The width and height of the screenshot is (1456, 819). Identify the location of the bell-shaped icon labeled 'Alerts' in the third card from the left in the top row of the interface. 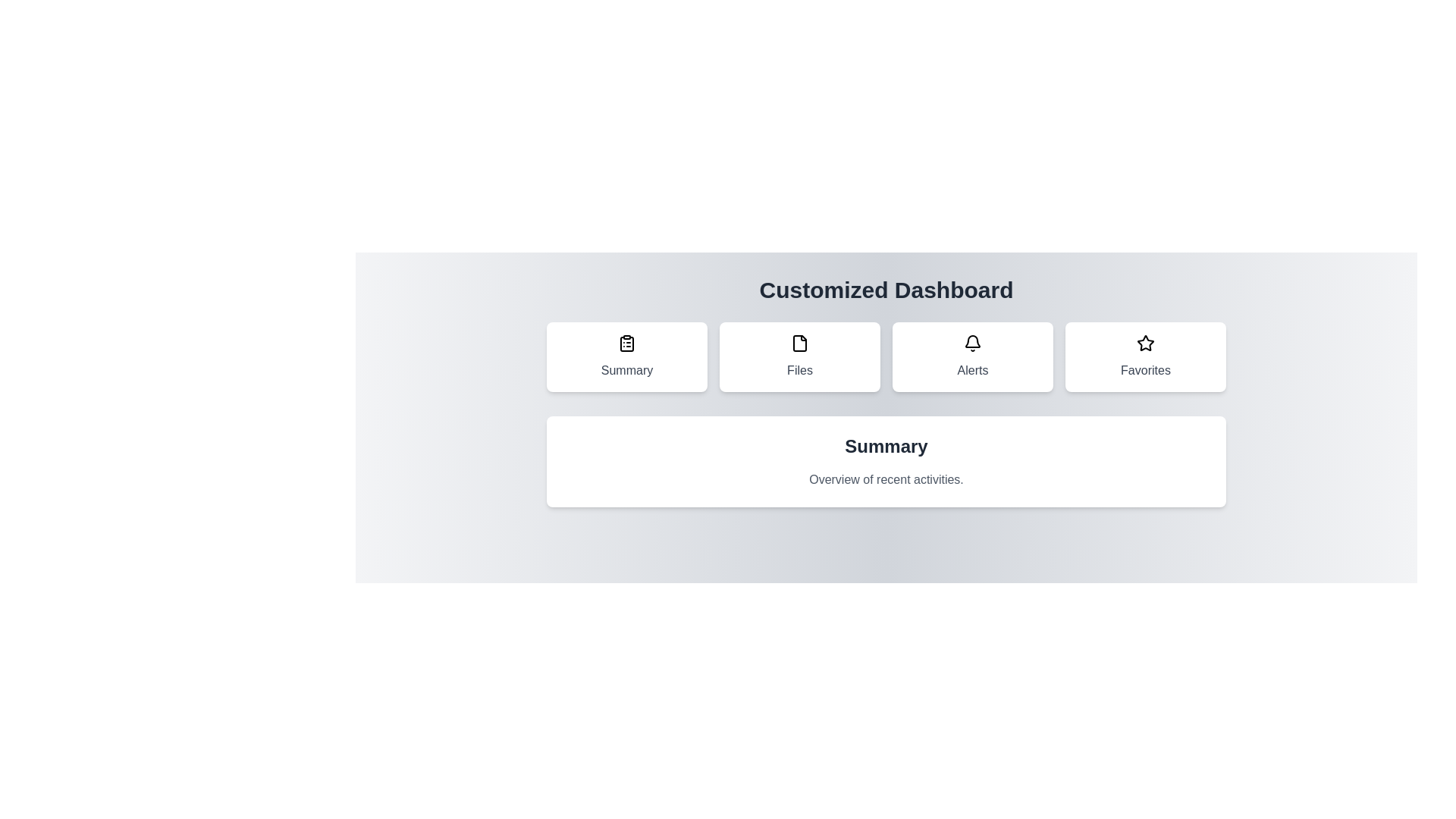
(972, 343).